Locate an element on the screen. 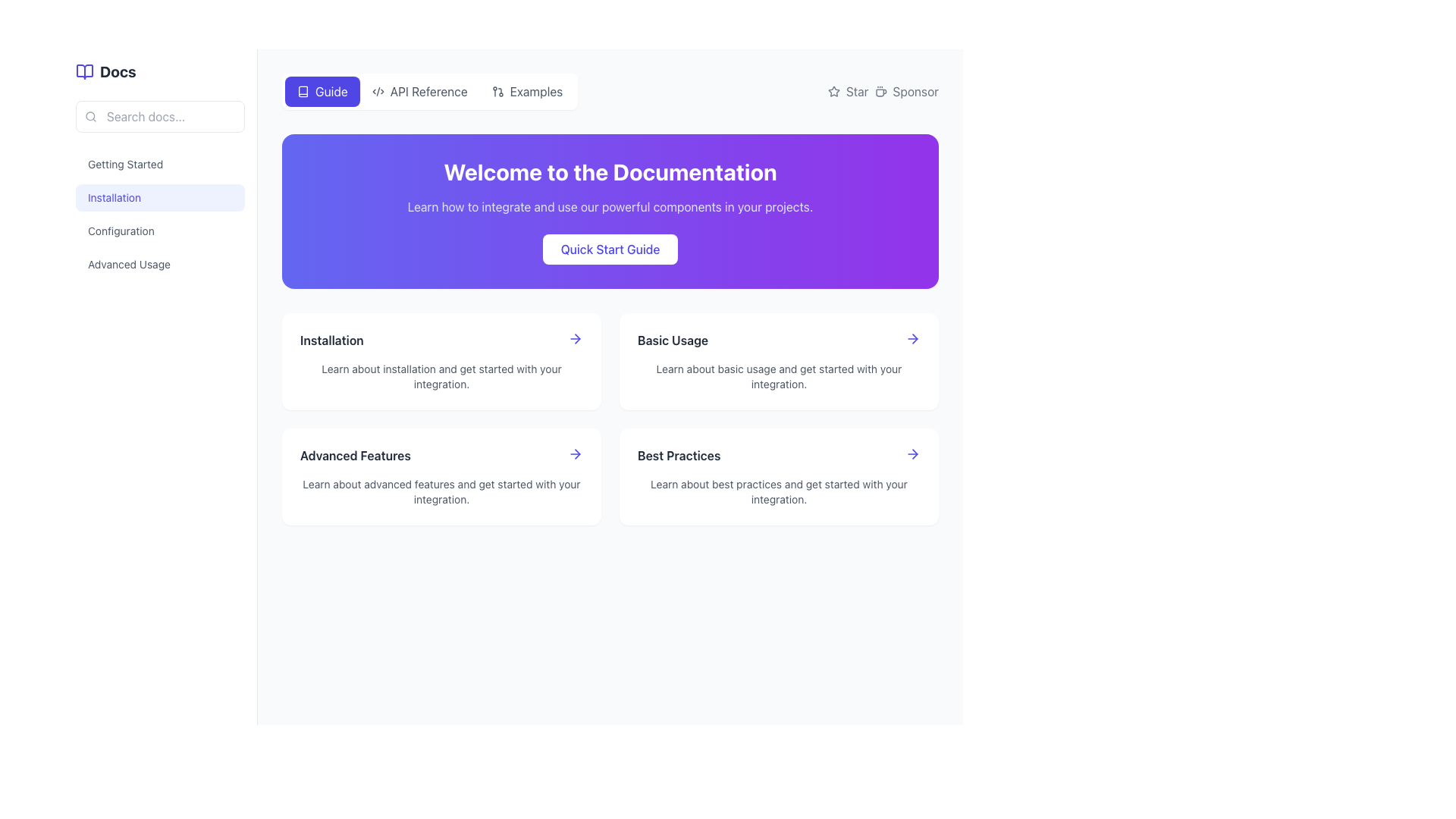  the text label that serves as the card title summarizing 'Best Practices' located in the bottom-right card of a grid layout is located at coordinates (678, 455).